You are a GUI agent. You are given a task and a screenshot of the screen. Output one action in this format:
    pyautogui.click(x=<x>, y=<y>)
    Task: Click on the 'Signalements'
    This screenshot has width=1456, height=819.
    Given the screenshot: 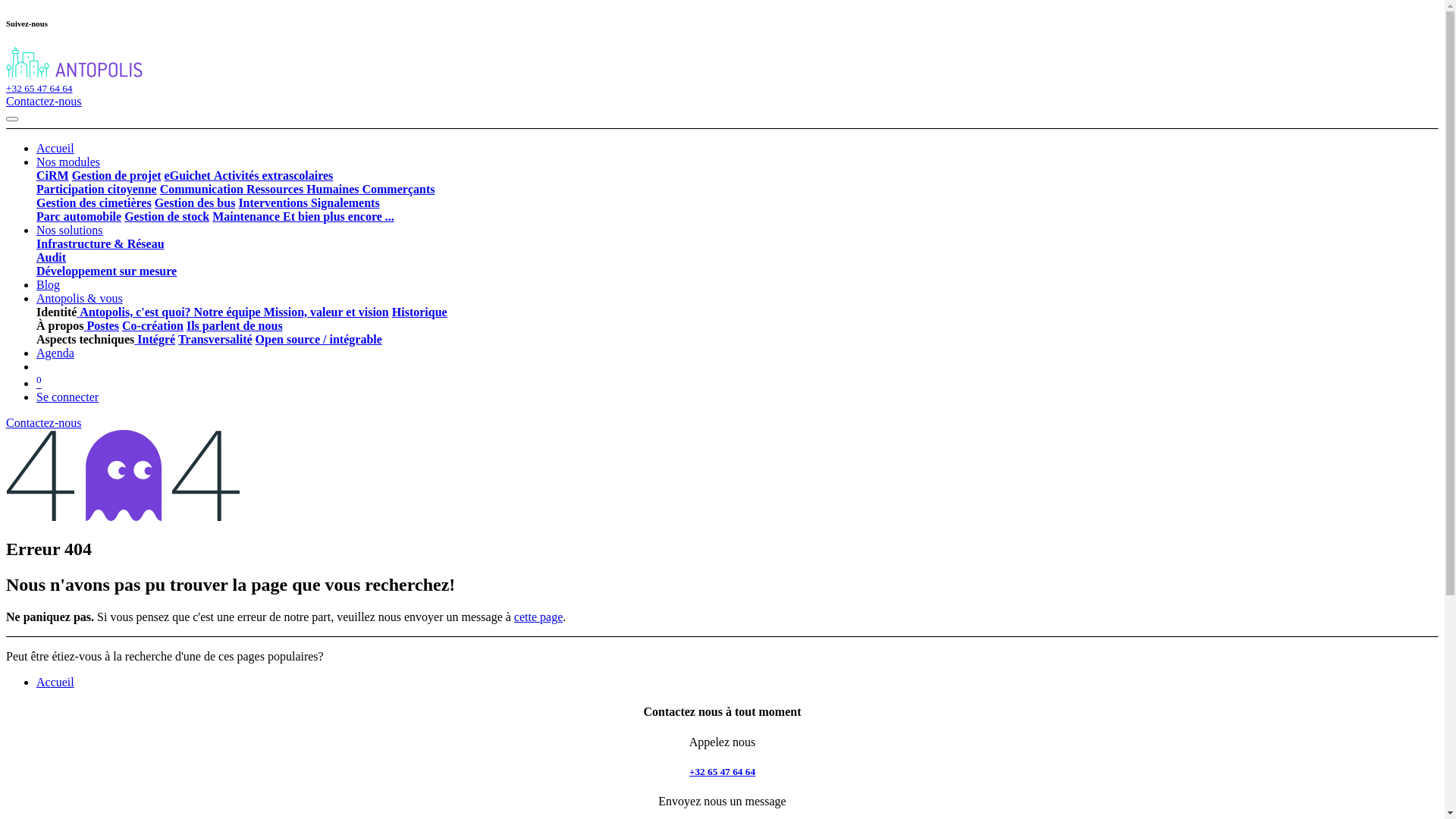 What is the action you would take?
    pyautogui.click(x=343, y=202)
    